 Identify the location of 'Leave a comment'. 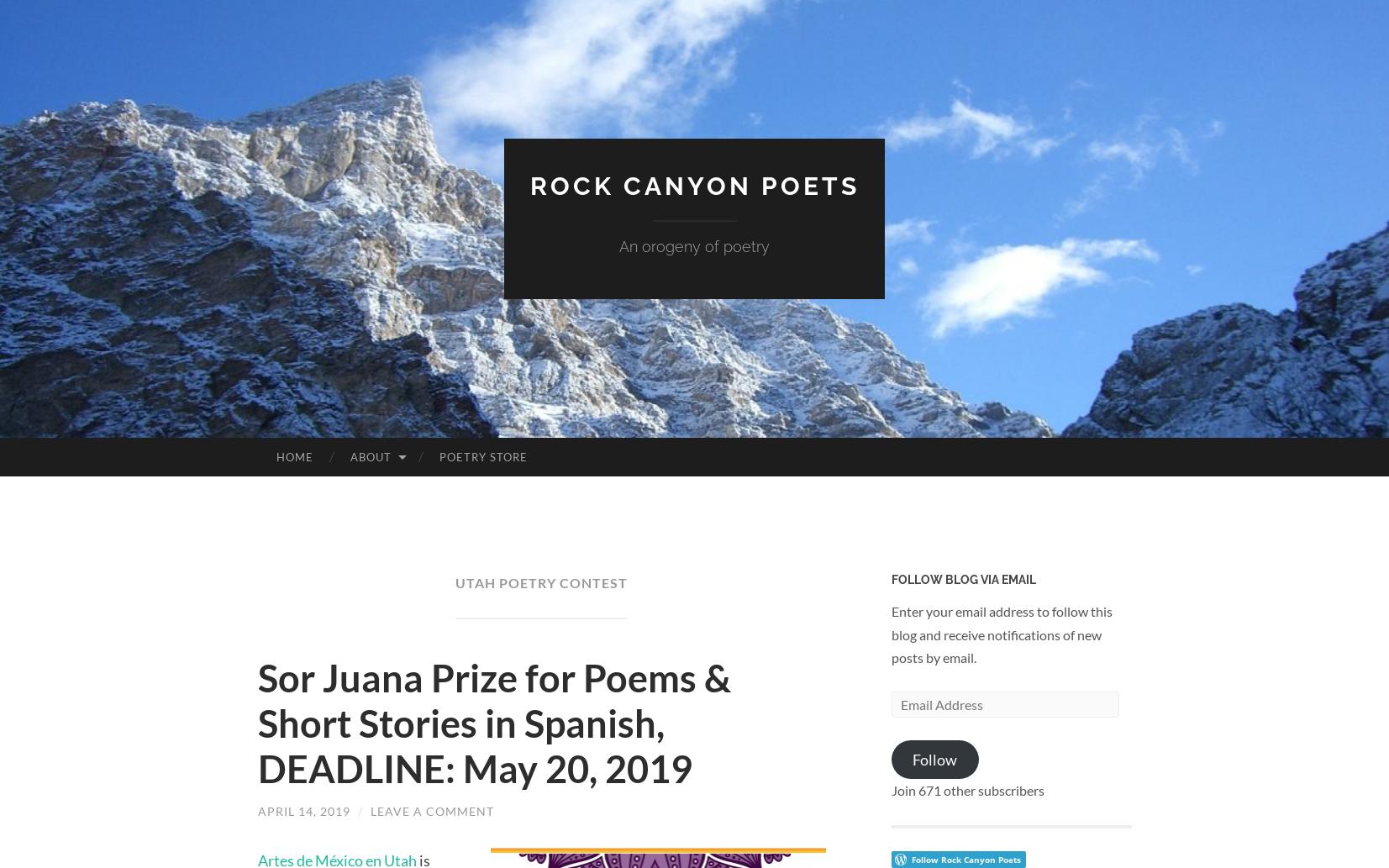
(430, 810).